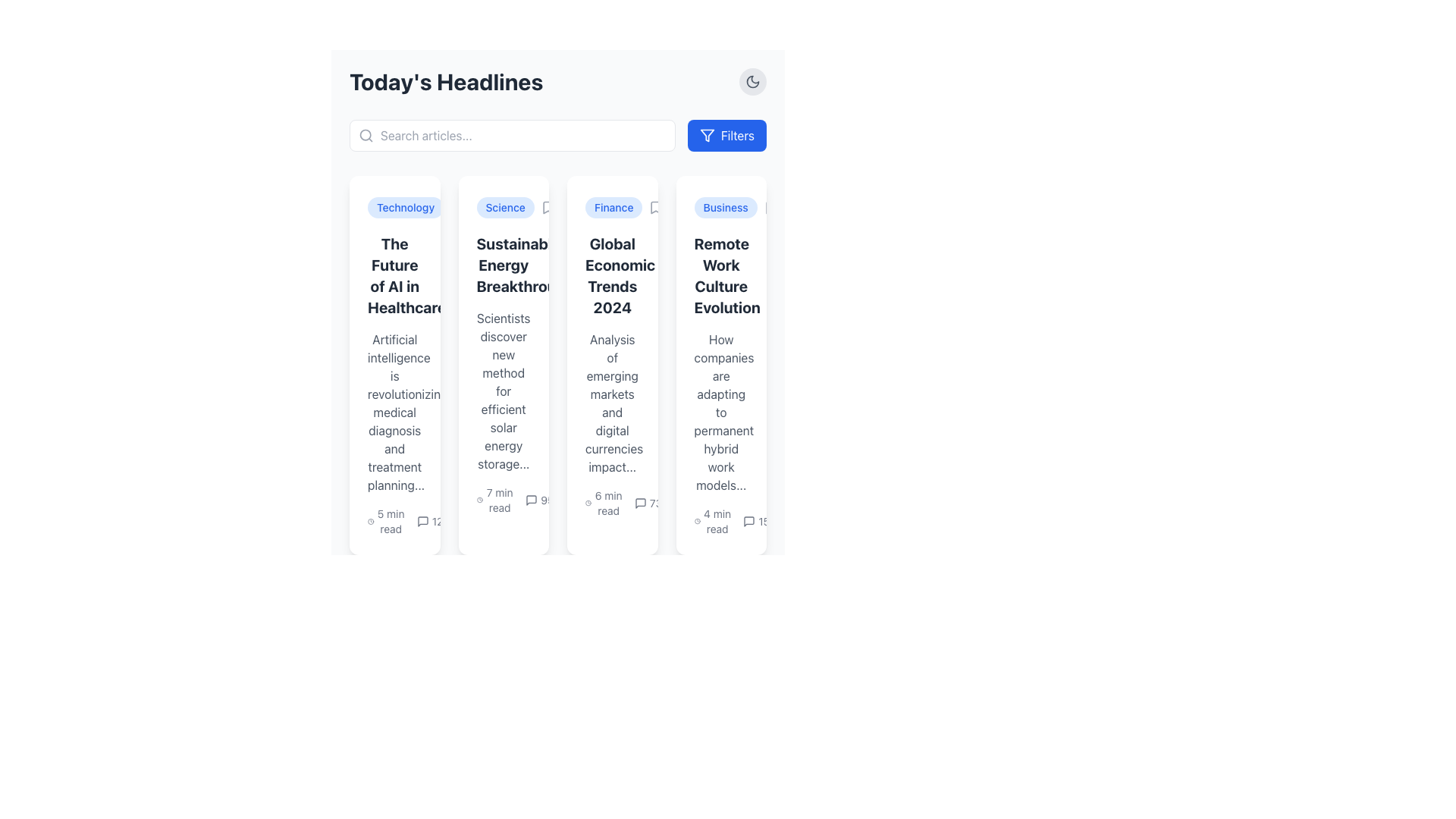 This screenshot has height=819, width=1456. What do you see at coordinates (515, 500) in the screenshot?
I see `the informational label displaying '7 min read 95' with icons, located below the heading 'Sustainable Energy Breakthrough' in the second column of the layout to read the details` at bounding box center [515, 500].